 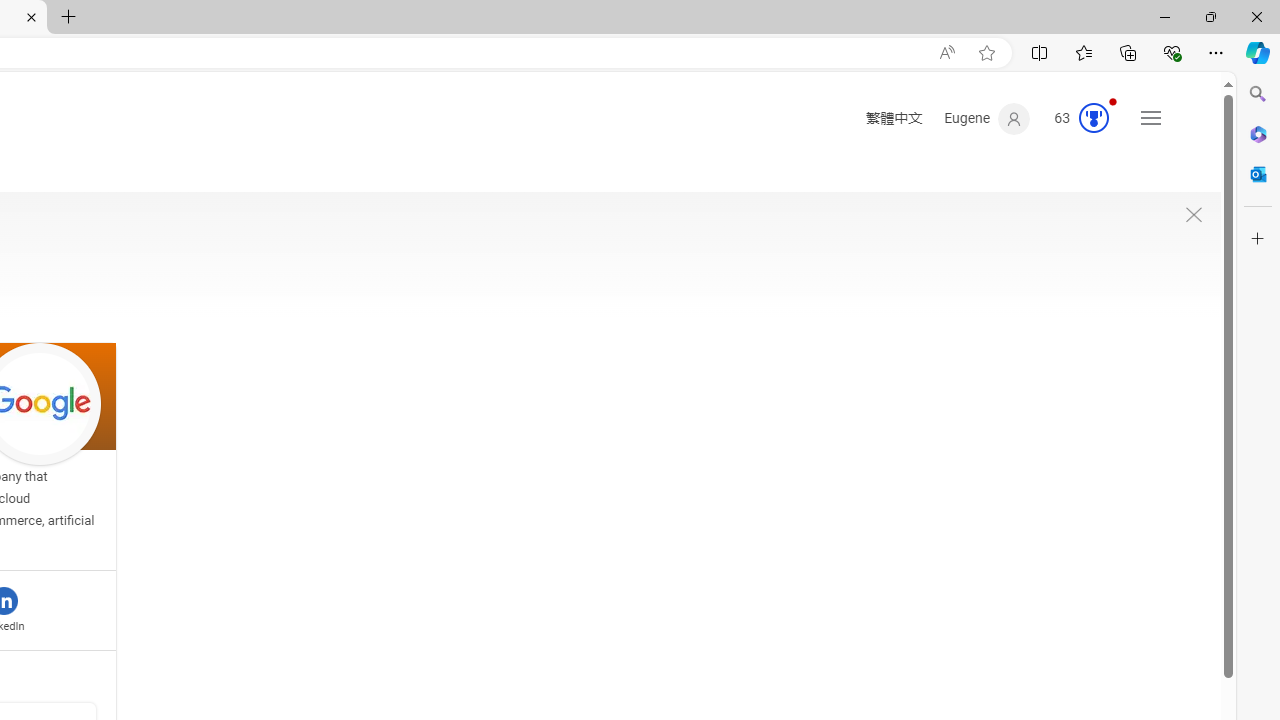 I want to click on 'AutomationID: rh_meter', so click(x=1092, y=118).